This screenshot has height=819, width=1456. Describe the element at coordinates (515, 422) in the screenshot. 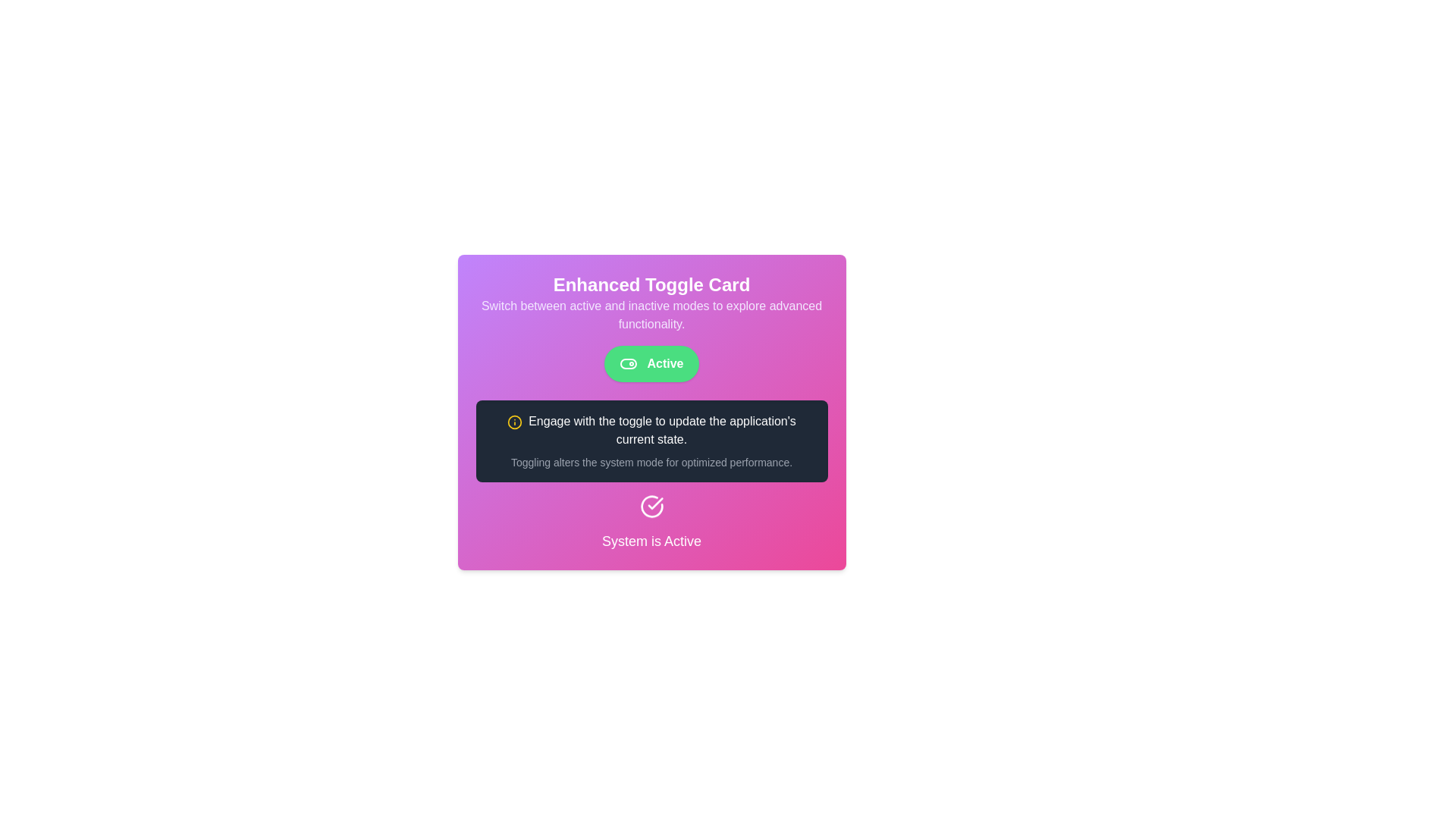

I see `the circular icon with a yellow border and central dot, styled as an info symbol, which is positioned to the left of the text 'Engage with the toggle to update the application's current state.'` at that location.